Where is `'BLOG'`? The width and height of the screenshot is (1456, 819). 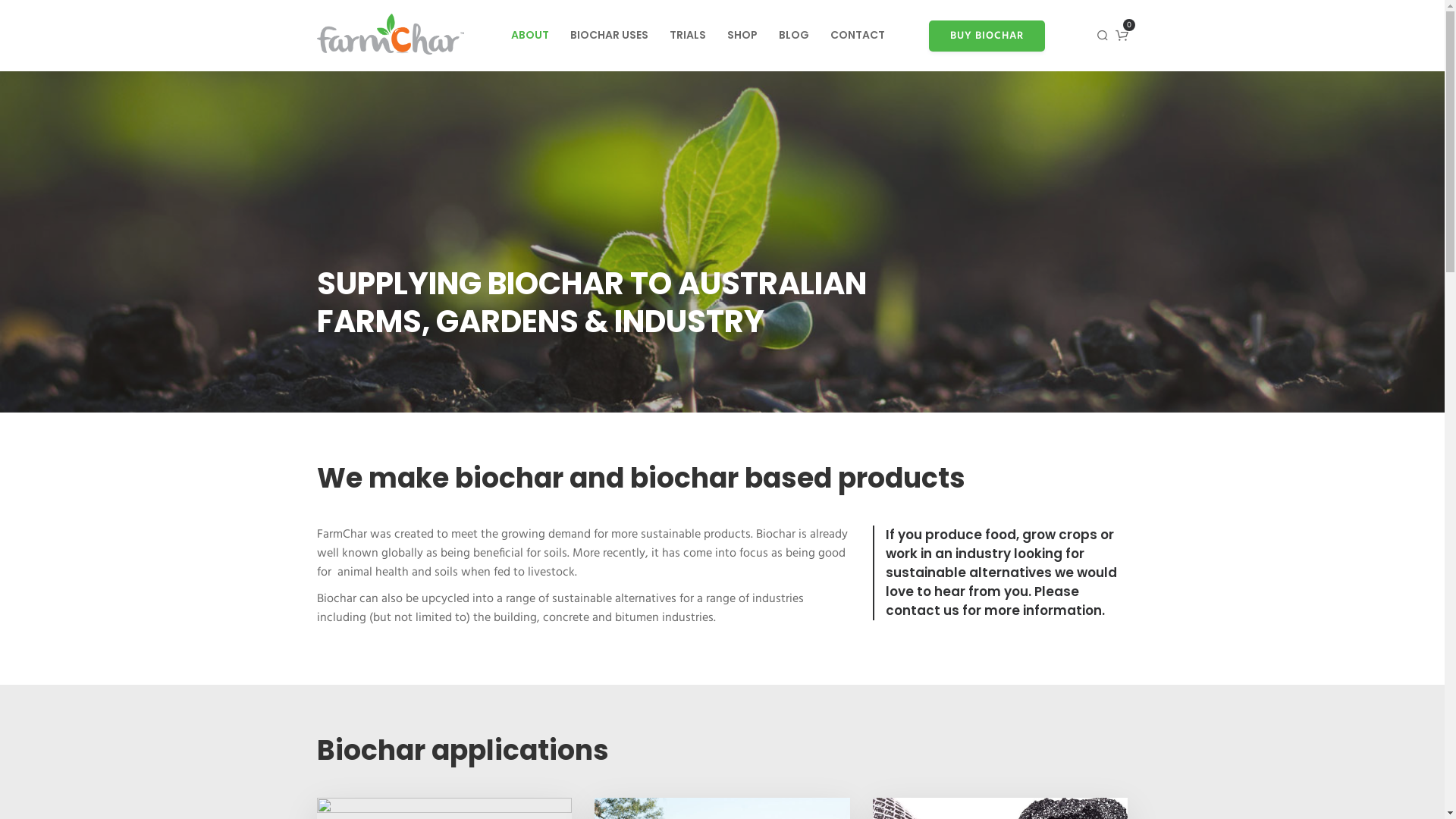 'BLOG' is located at coordinates (792, 34).